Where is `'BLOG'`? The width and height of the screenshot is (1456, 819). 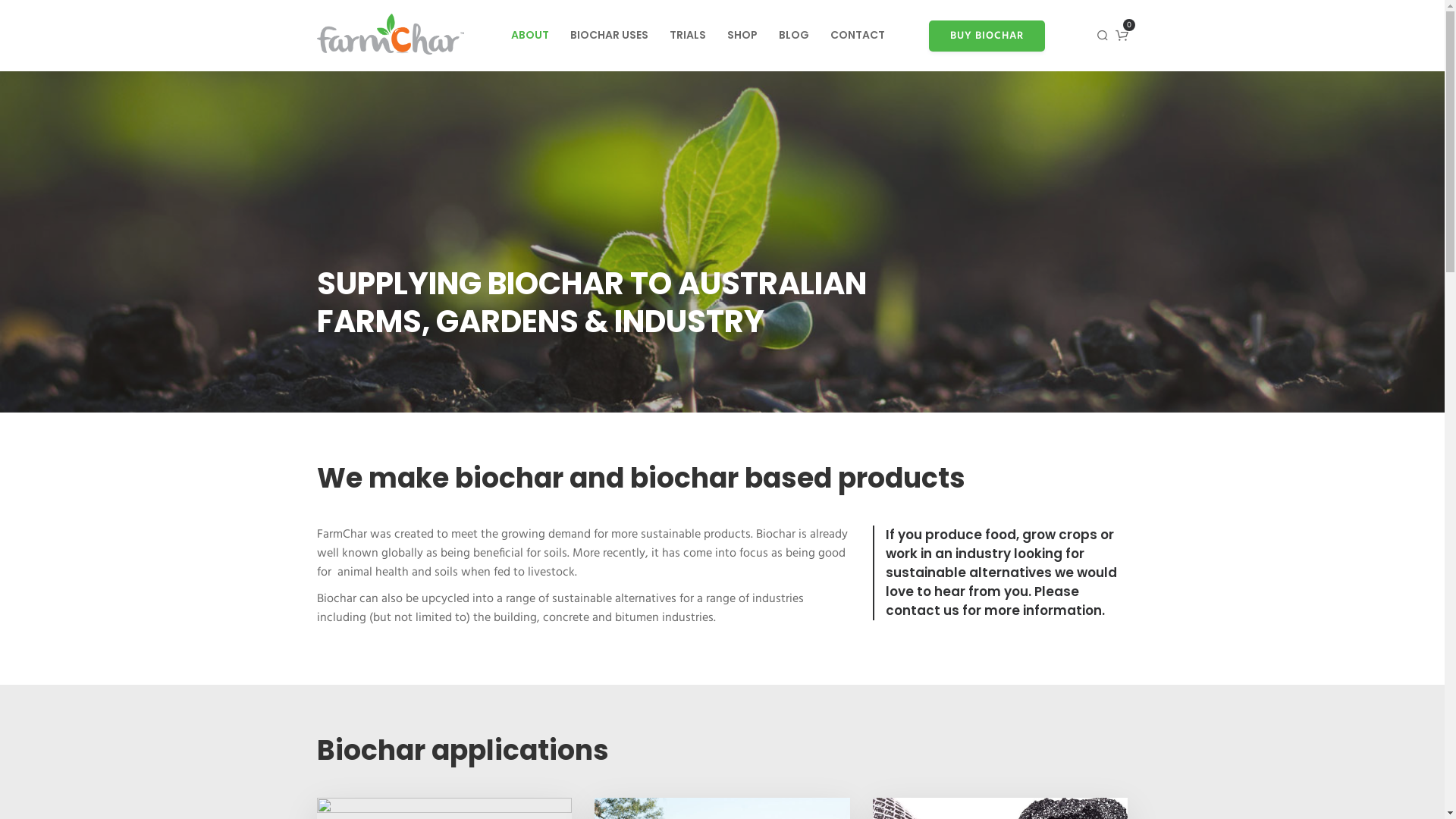 'BLOG' is located at coordinates (792, 34).